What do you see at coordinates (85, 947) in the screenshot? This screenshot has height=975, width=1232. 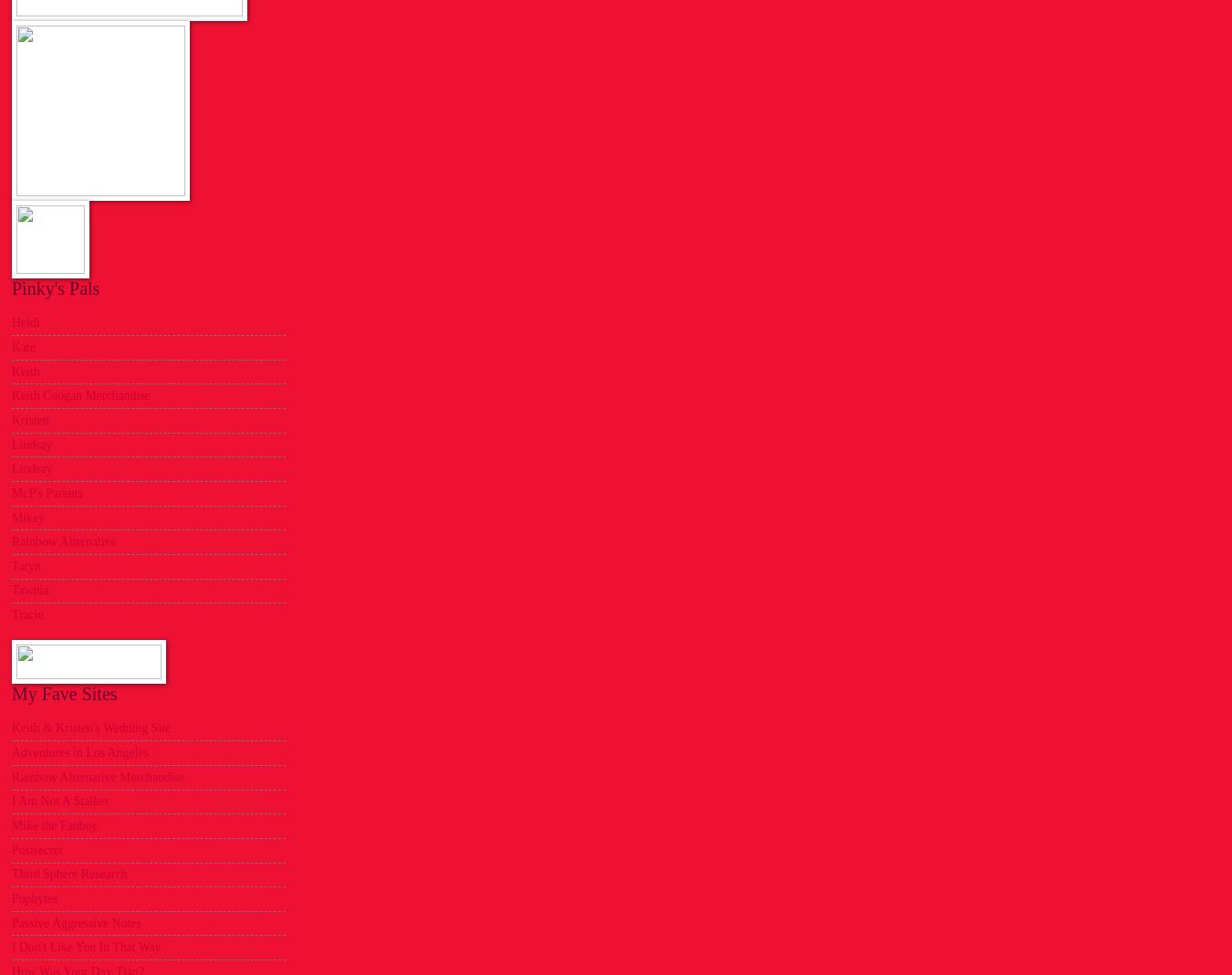 I see `'I Don't Like You In That Way'` at bounding box center [85, 947].